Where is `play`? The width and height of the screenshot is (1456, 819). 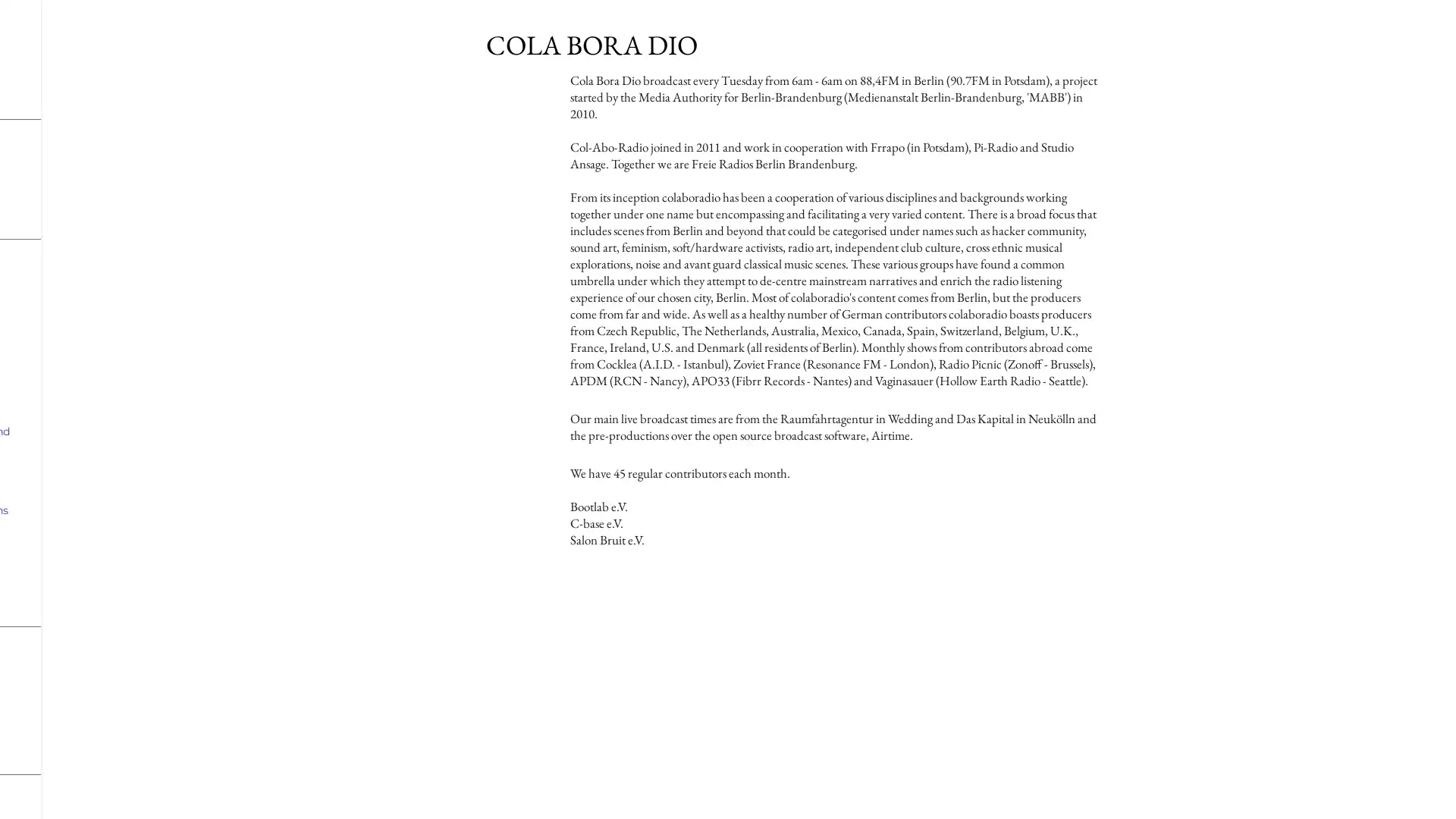
play is located at coordinates (50, 64).